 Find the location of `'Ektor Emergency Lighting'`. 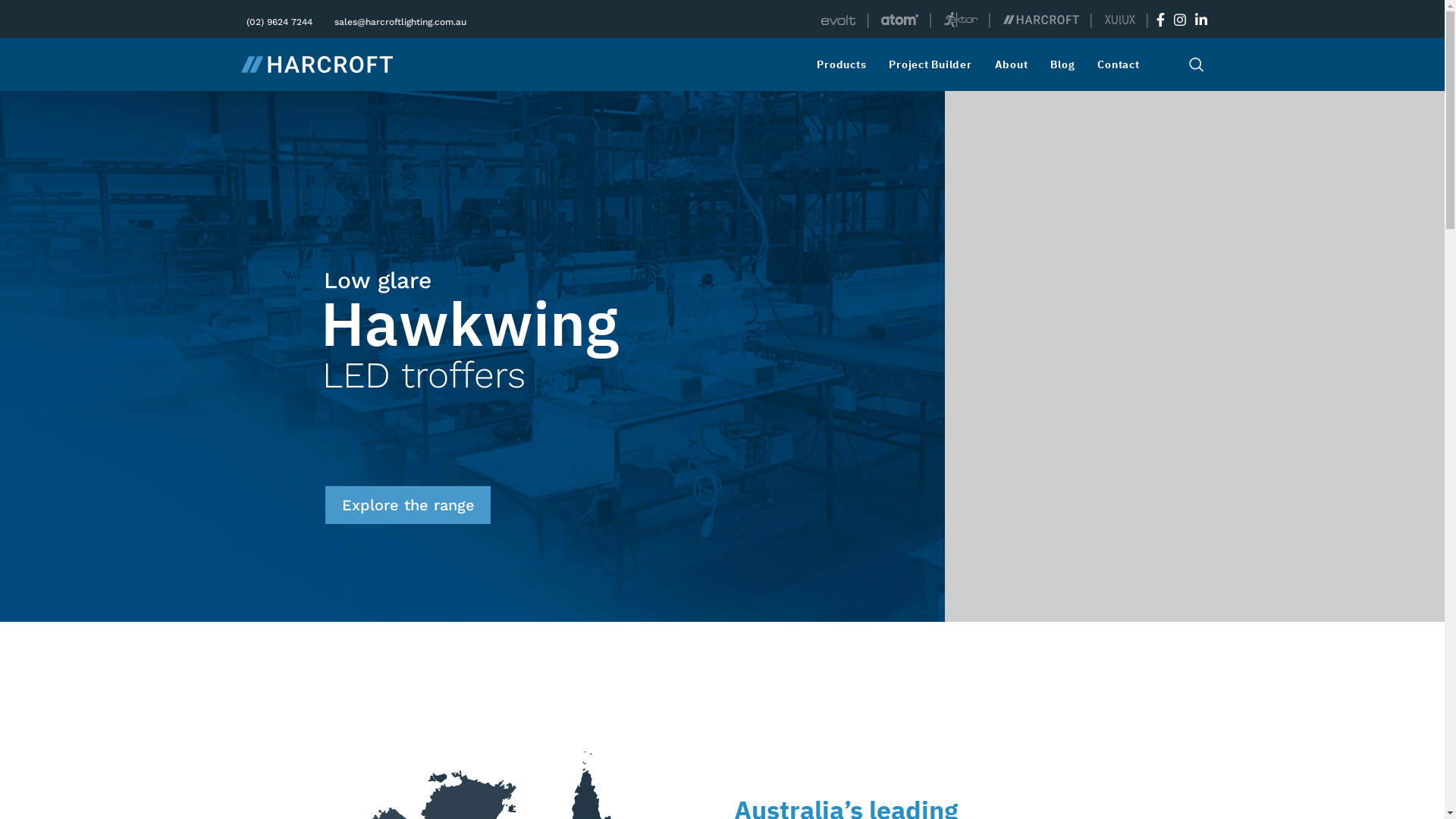

'Ektor Emergency Lighting' is located at coordinates (960, 20).